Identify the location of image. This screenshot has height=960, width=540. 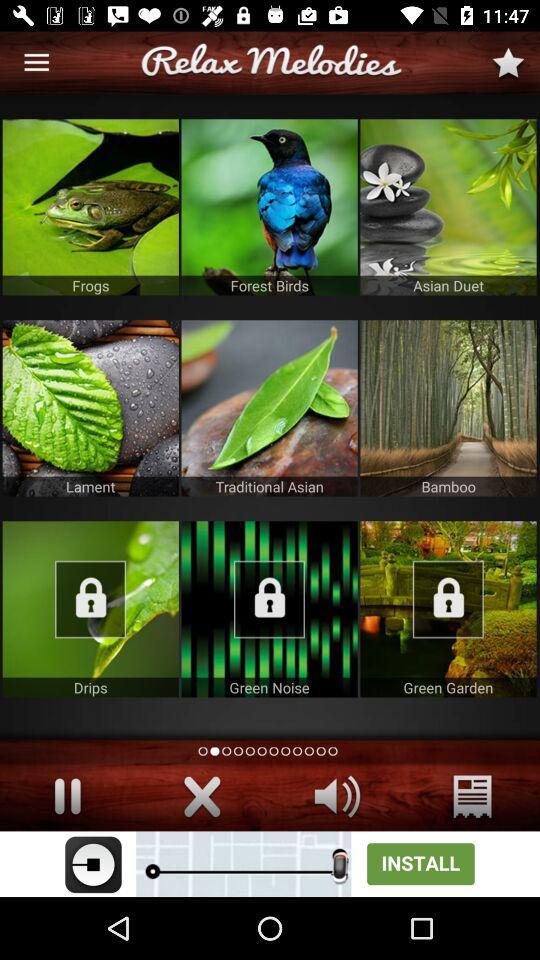
(269, 608).